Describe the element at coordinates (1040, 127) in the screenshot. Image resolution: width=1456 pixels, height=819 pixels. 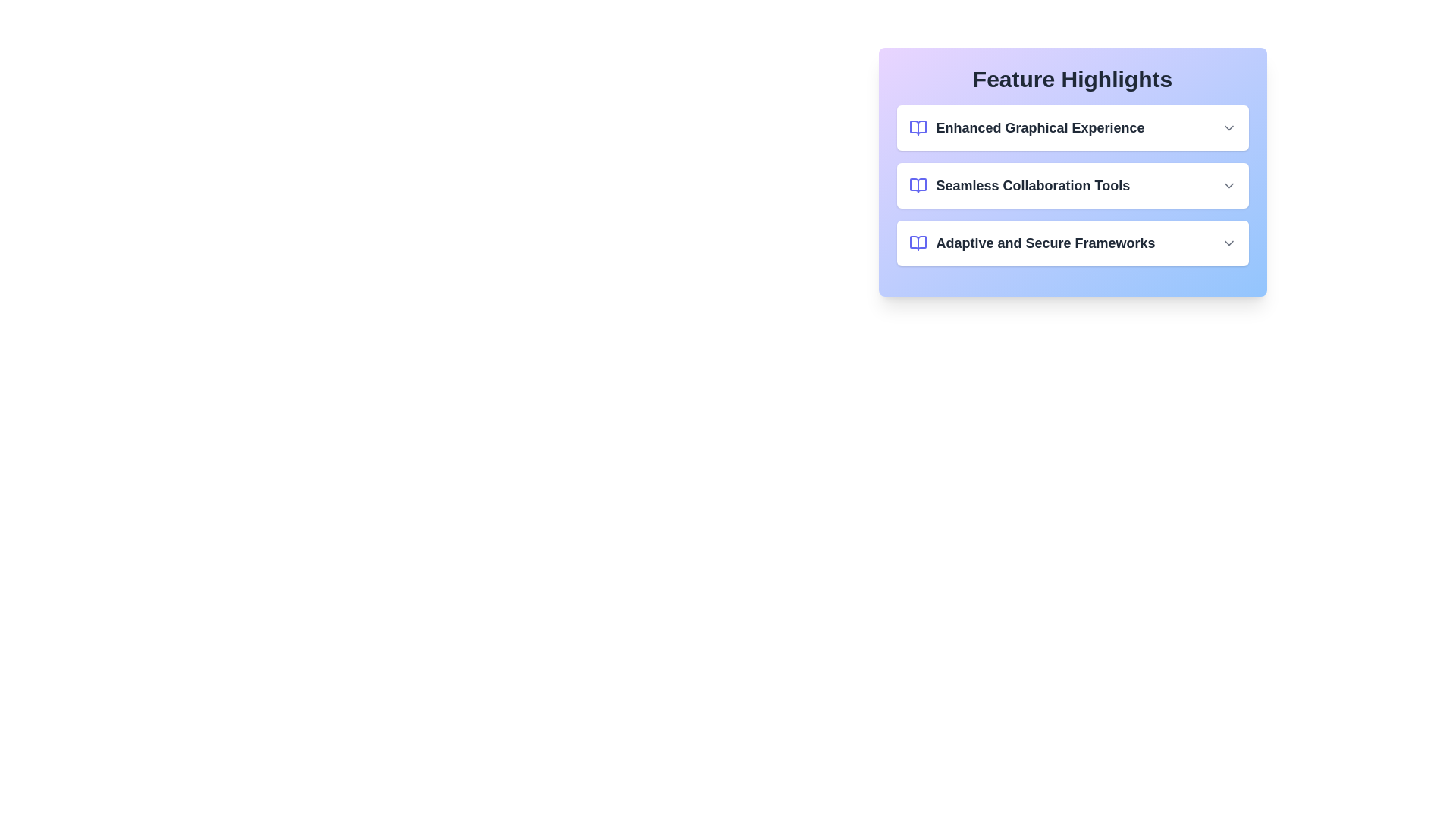
I see `the Text Label that describes the feature section located in the 'Feature Highlights' block, which is the first item in a vertical list and positioned to the right of a book icon` at that location.